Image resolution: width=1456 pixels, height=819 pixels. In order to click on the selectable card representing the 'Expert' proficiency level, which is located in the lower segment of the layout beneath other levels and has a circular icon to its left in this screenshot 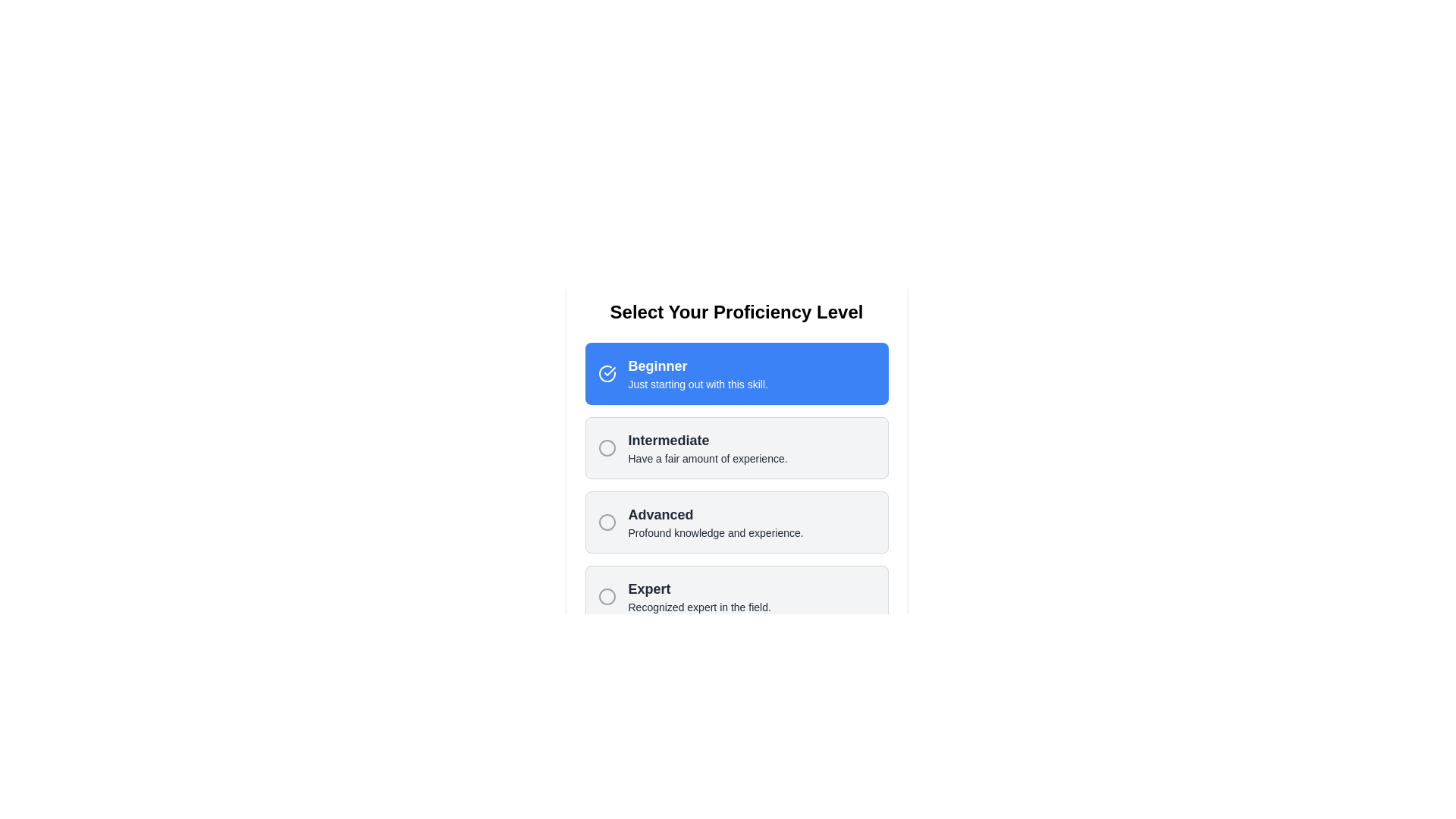, I will do `click(698, 595)`.